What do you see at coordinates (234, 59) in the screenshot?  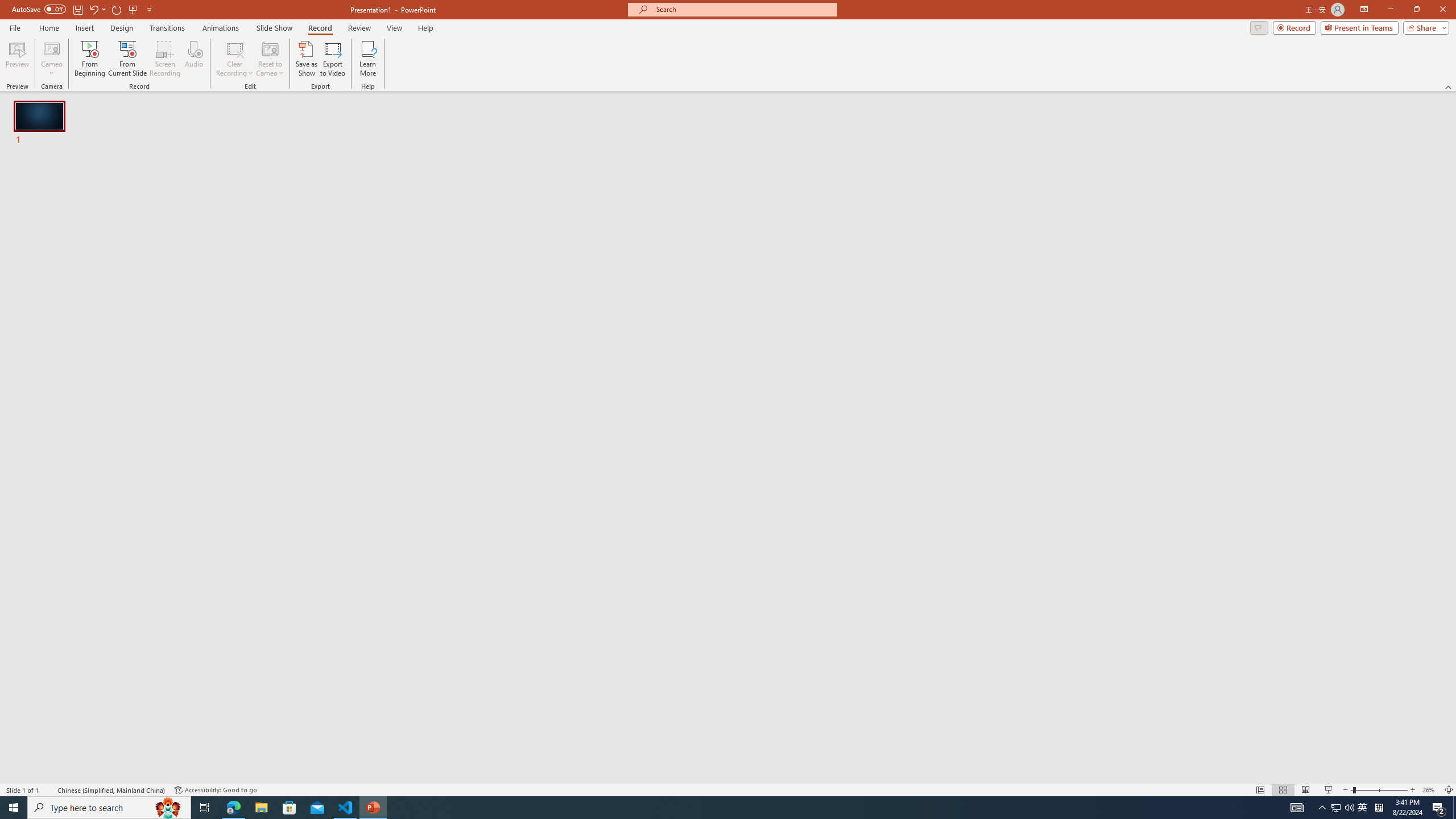 I see `'Clear Recording'` at bounding box center [234, 59].